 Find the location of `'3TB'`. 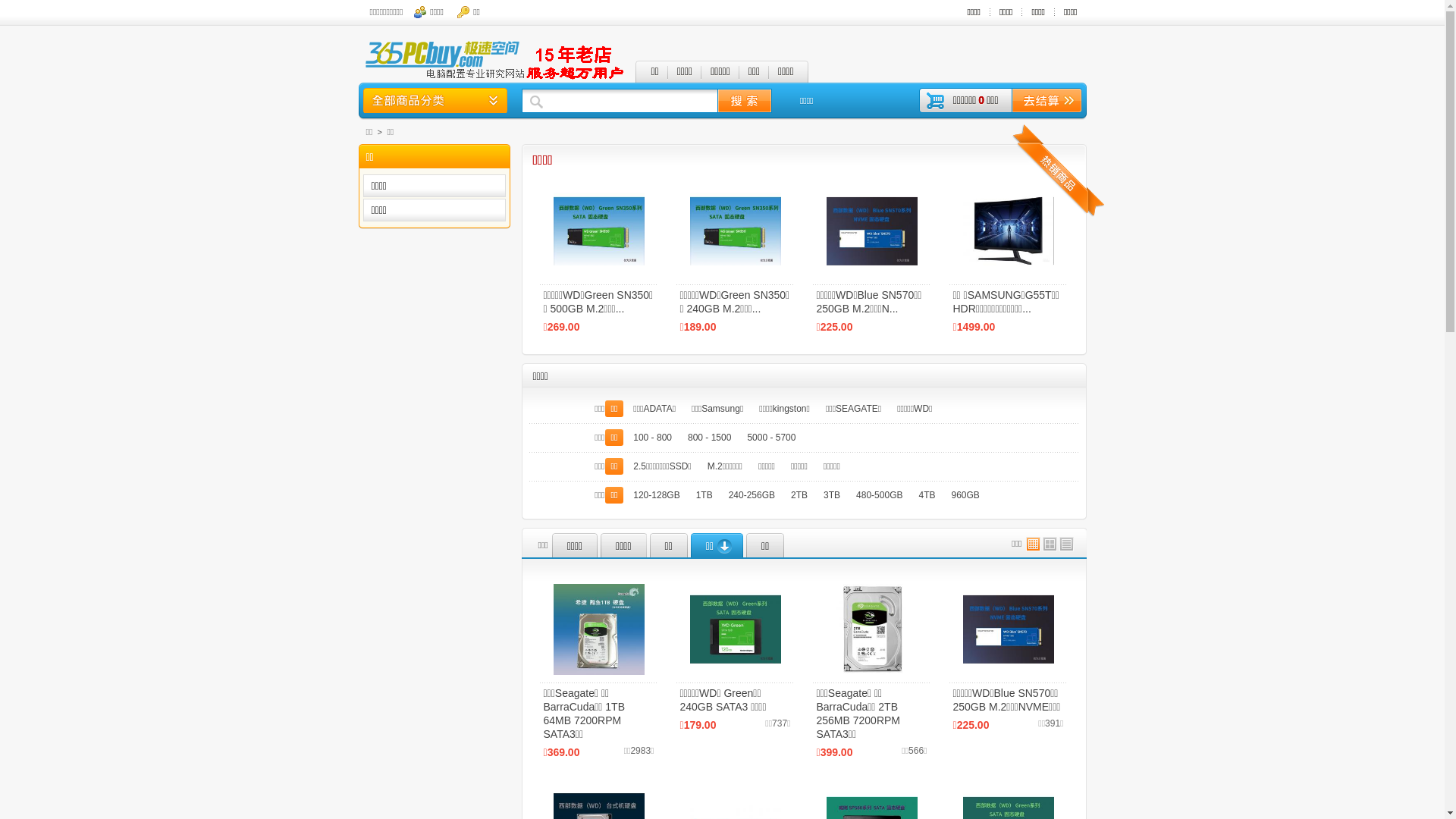

'3TB' is located at coordinates (817, 494).